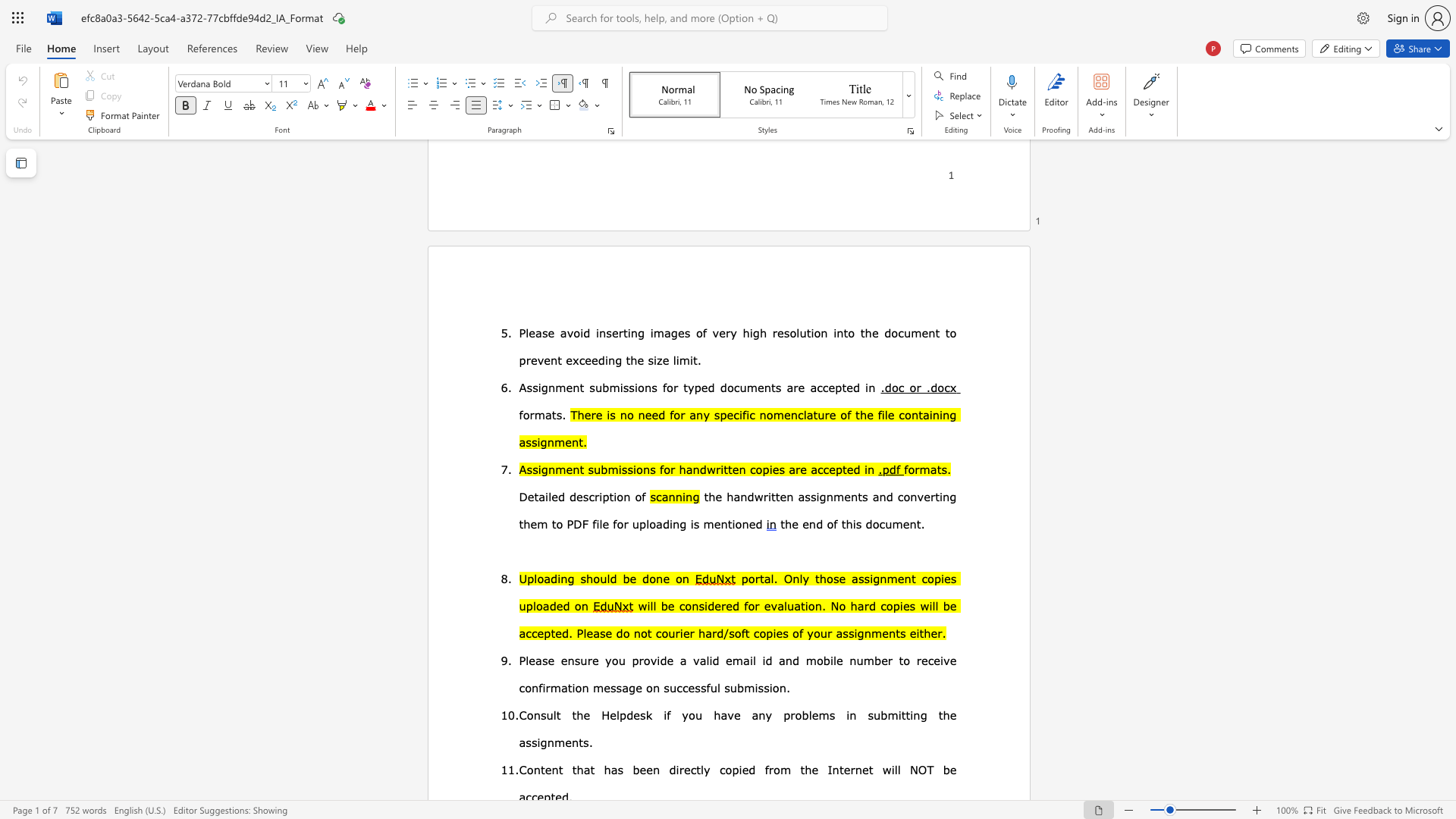 The width and height of the screenshot is (1456, 819). Describe the element at coordinates (598, 522) in the screenshot. I see `the subset text "le for uploading is menti" within the text "the handwritten assignments and converting them to PDF file for uploading is mentioned"` at that location.